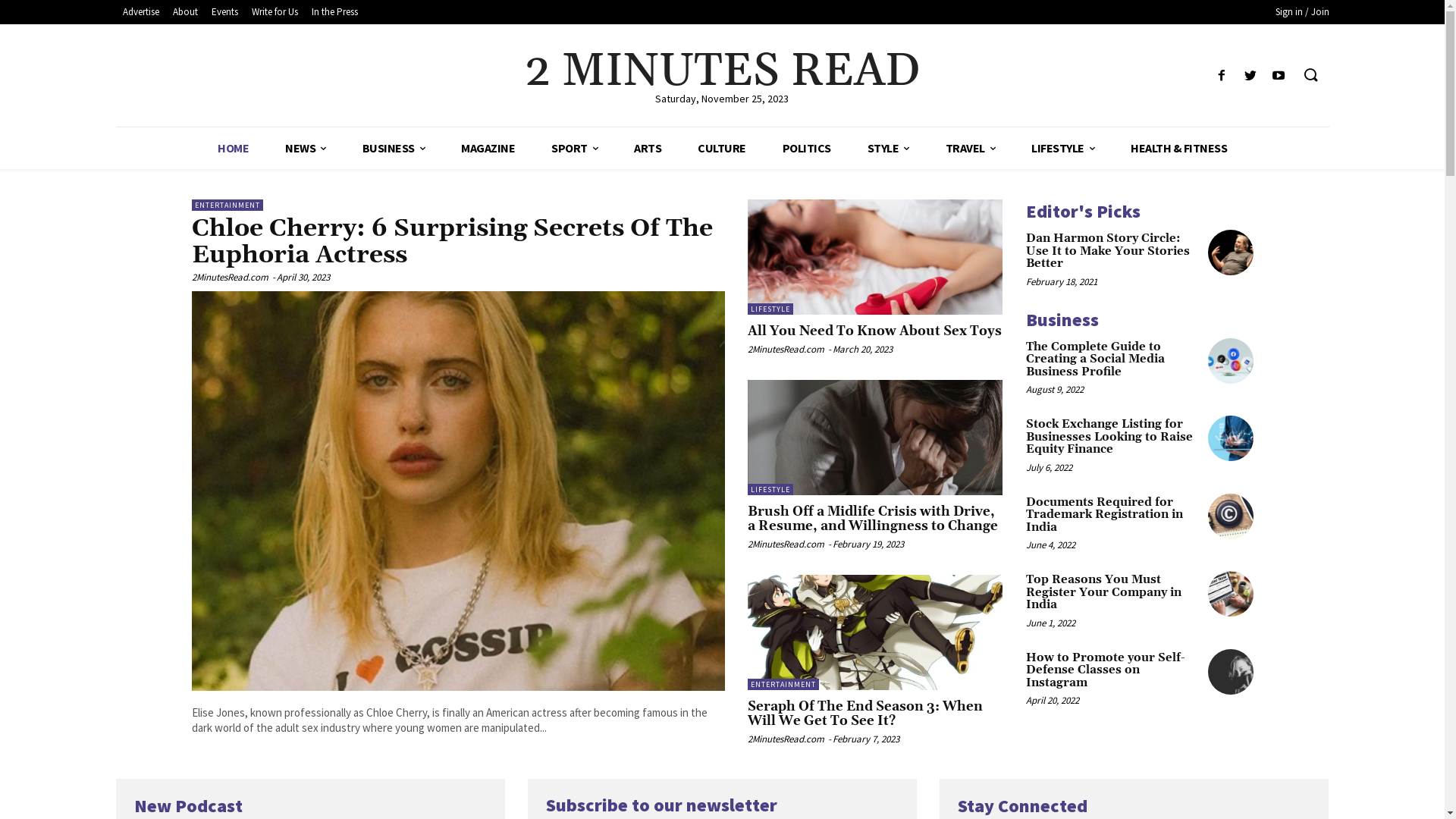 The height and width of the screenshot is (819, 1456). Describe the element at coordinates (875, 632) in the screenshot. I see `'Seraph Of The End Season 3: When Will We Get To See It?'` at that location.